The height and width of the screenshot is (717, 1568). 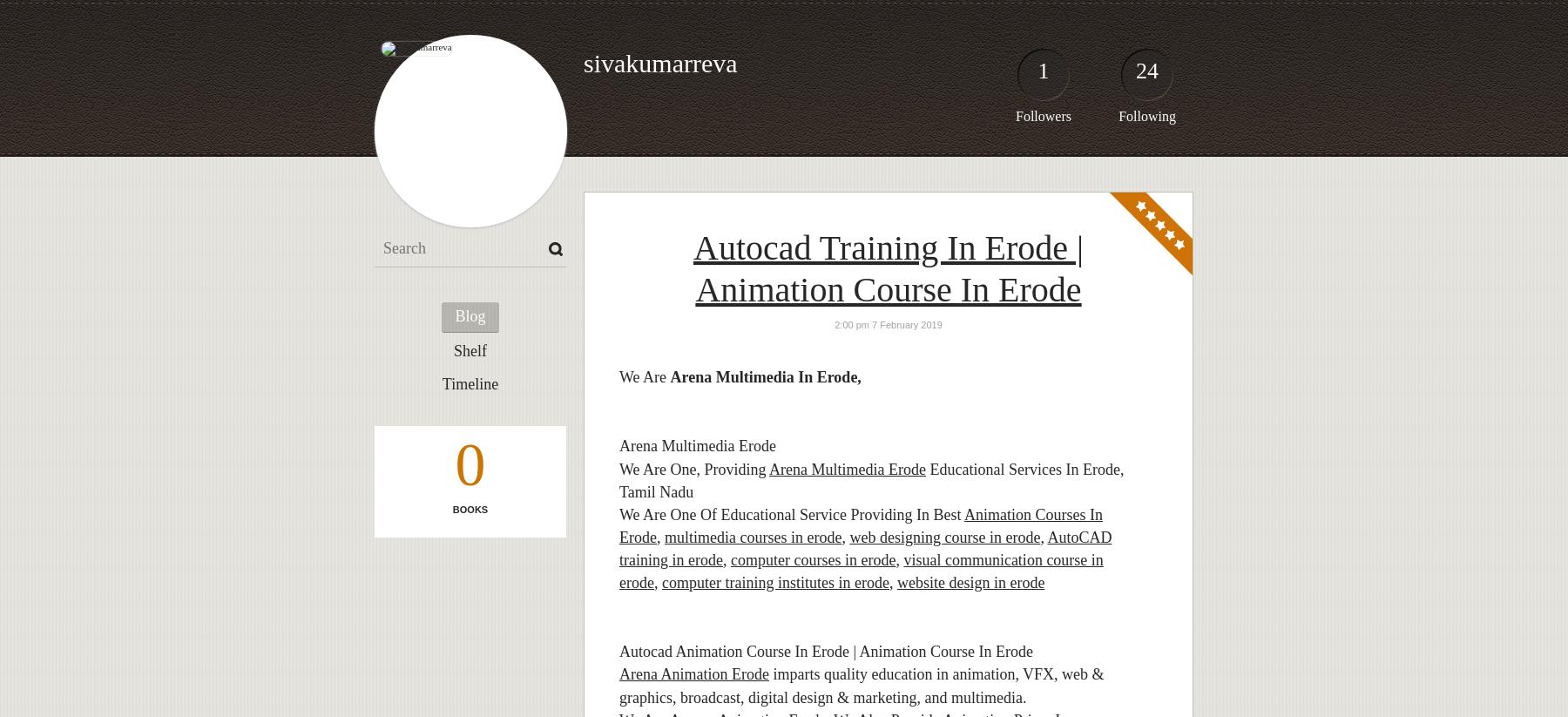 What do you see at coordinates (694, 467) in the screenshot?
I see `'We Are One, Providing'` at bounding box center [694, 467].